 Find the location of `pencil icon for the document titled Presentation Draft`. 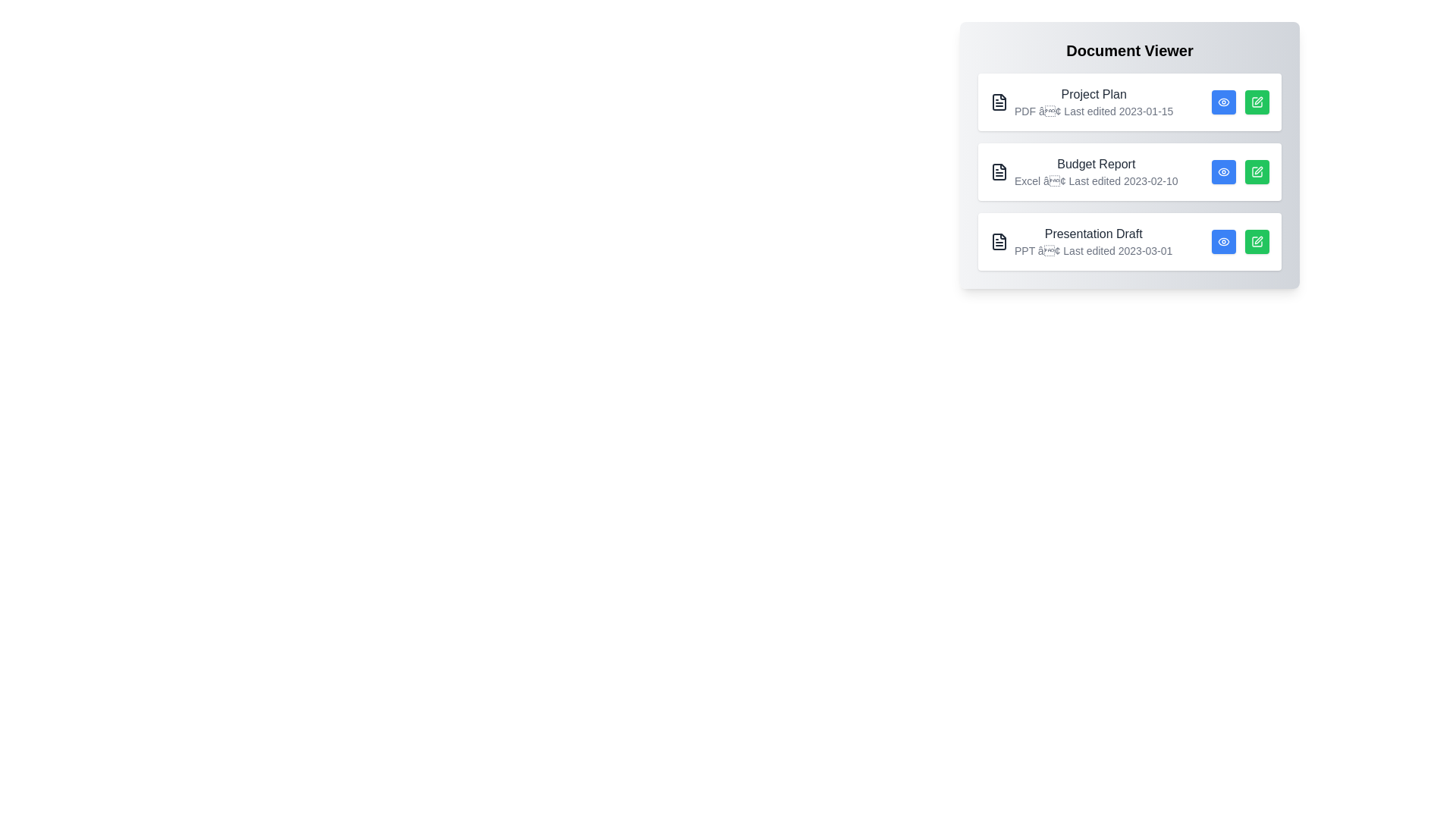

pencil icon for the document titled Presentation Draft is located at coordinates (1257, 241).